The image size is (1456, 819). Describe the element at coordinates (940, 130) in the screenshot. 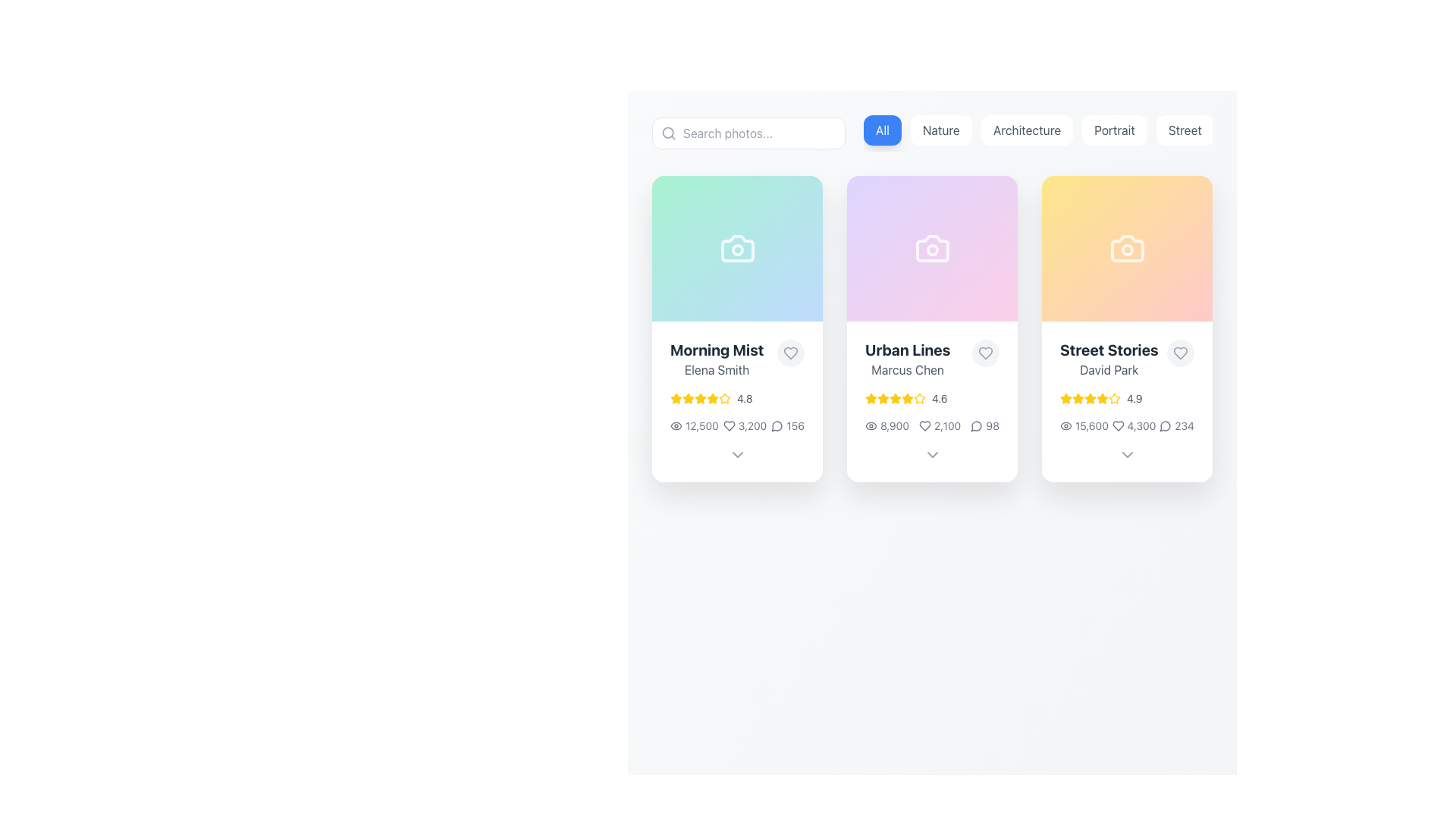

I see `the 'Nature' pill-shaped button in the navigation bar` at that location.